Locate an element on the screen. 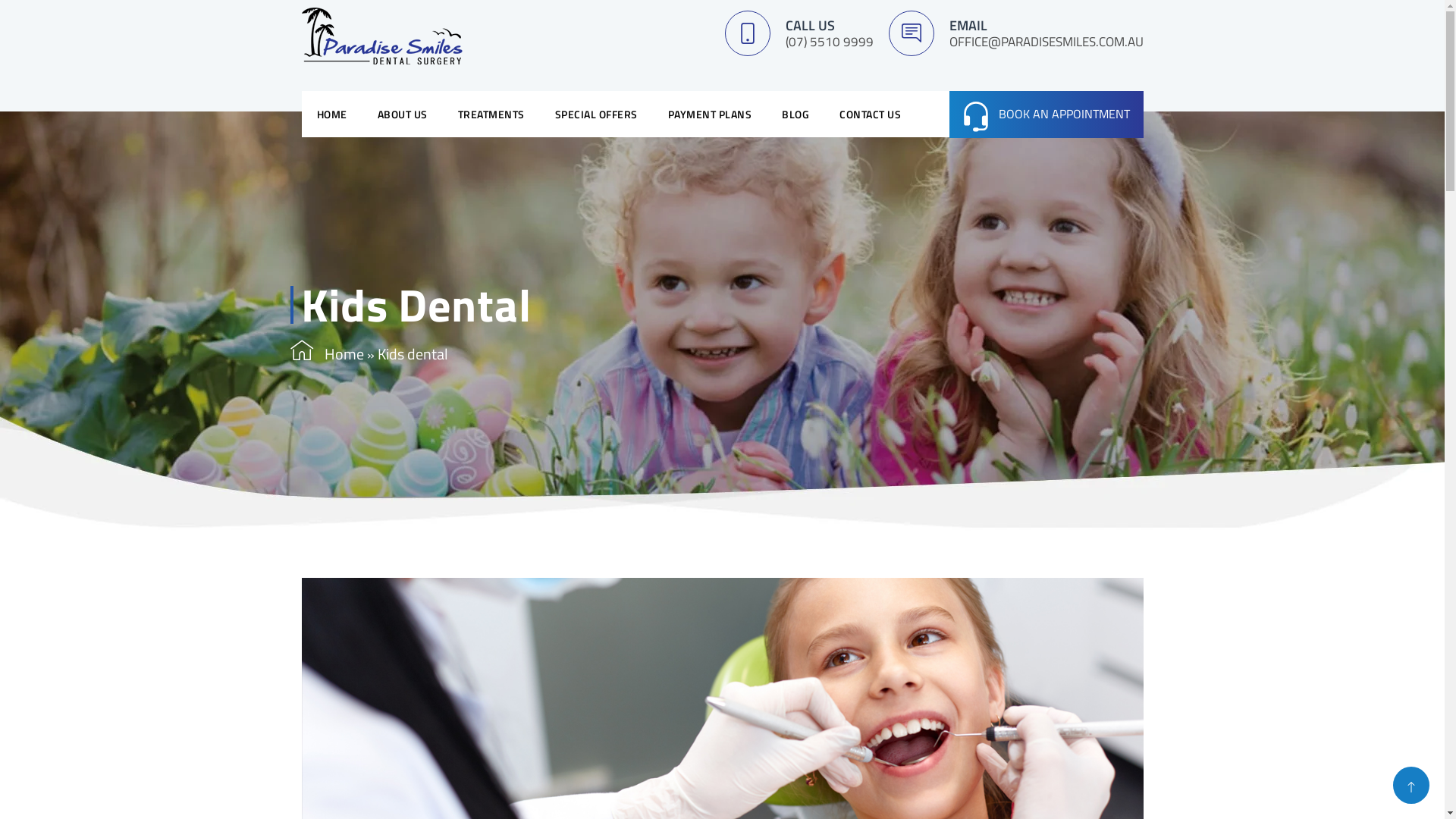 The height and width of the screenshot is (819, 1456). 'OFFICE@PARADISESMILES.COM.AU' is located at coordinates (1046, 40).